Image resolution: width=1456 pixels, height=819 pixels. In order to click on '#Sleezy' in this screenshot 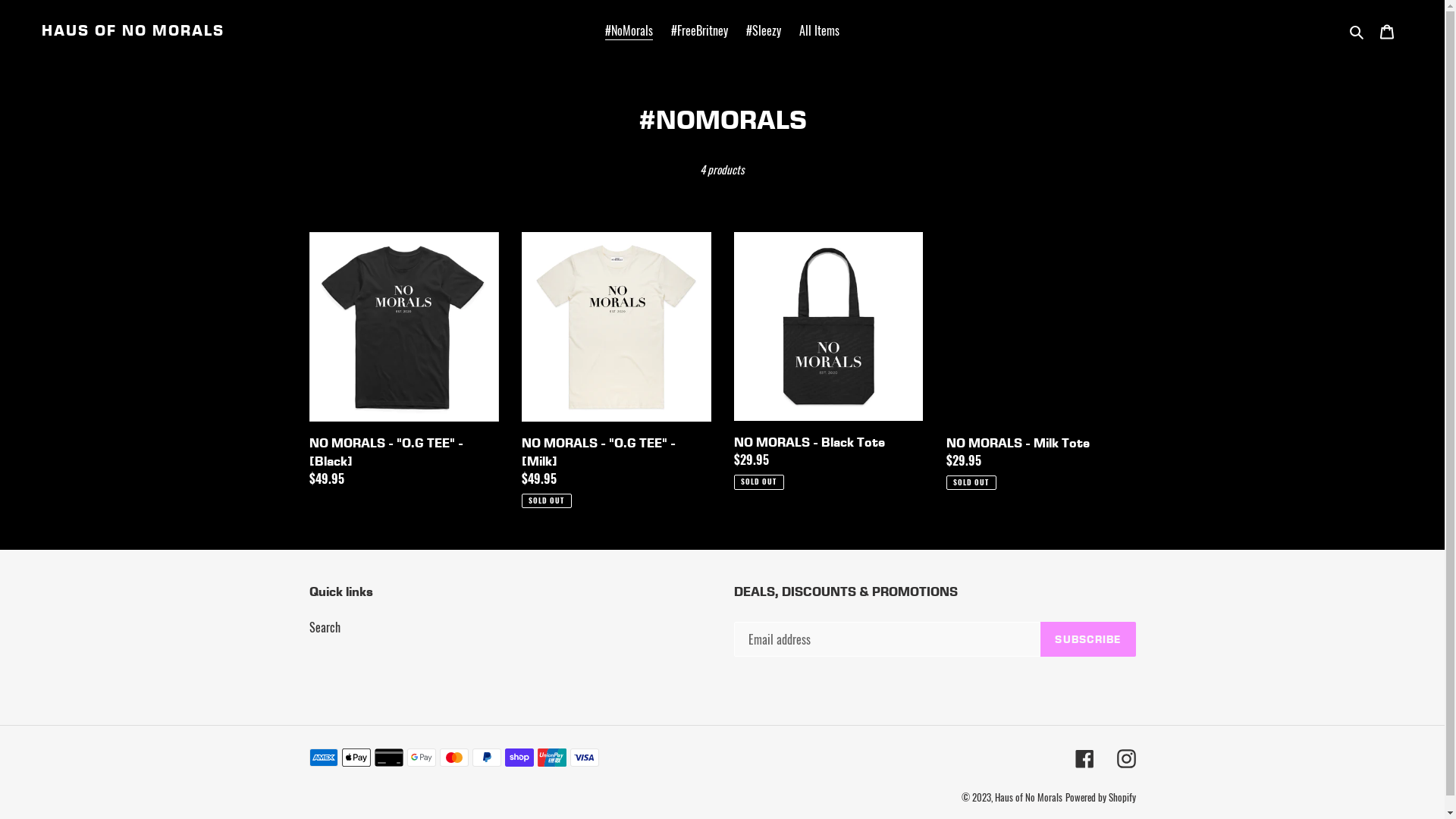, I will do `click(764, 30)`.